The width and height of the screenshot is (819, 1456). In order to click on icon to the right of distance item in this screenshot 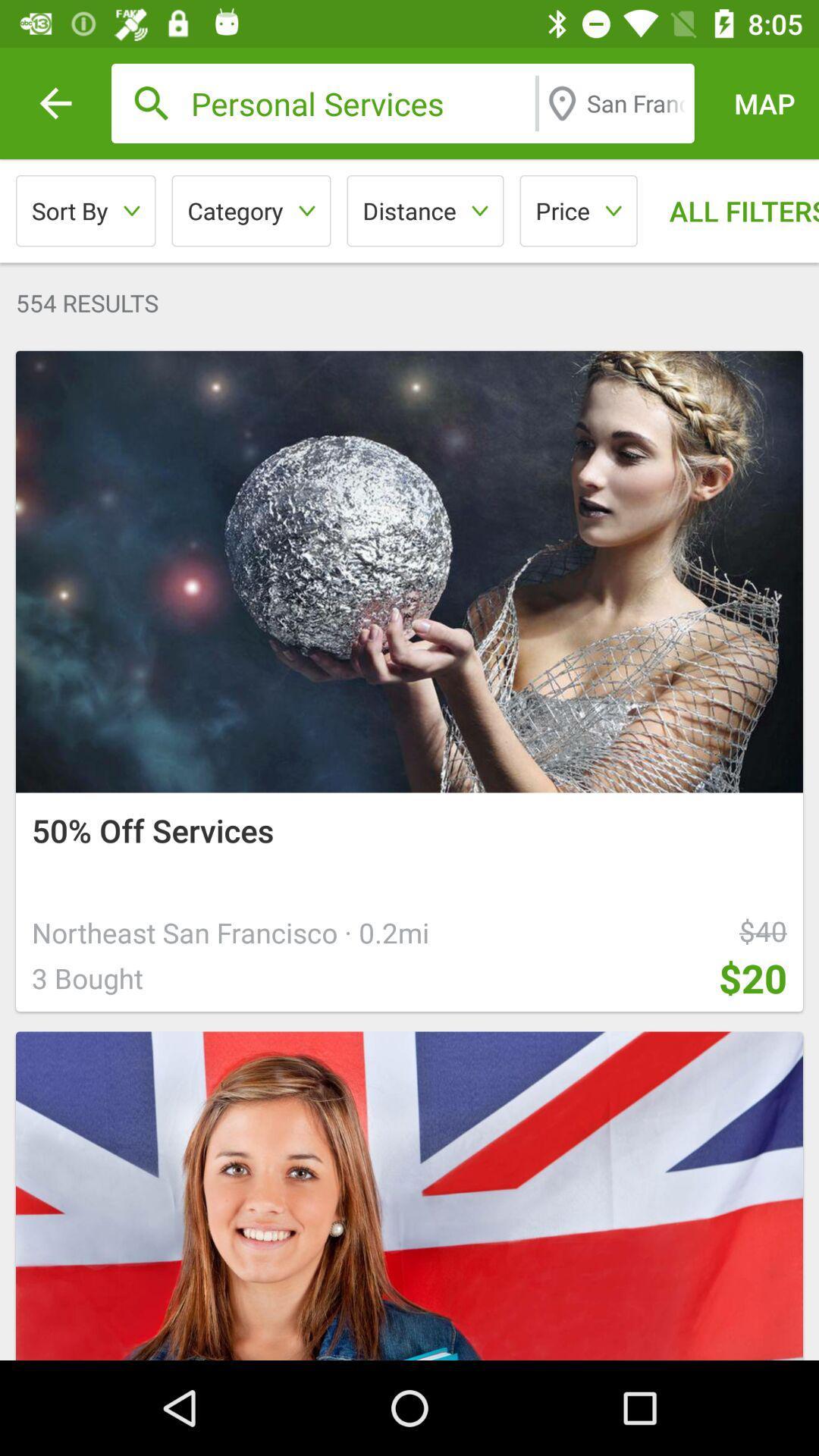, I will do `click(579, 210)`.